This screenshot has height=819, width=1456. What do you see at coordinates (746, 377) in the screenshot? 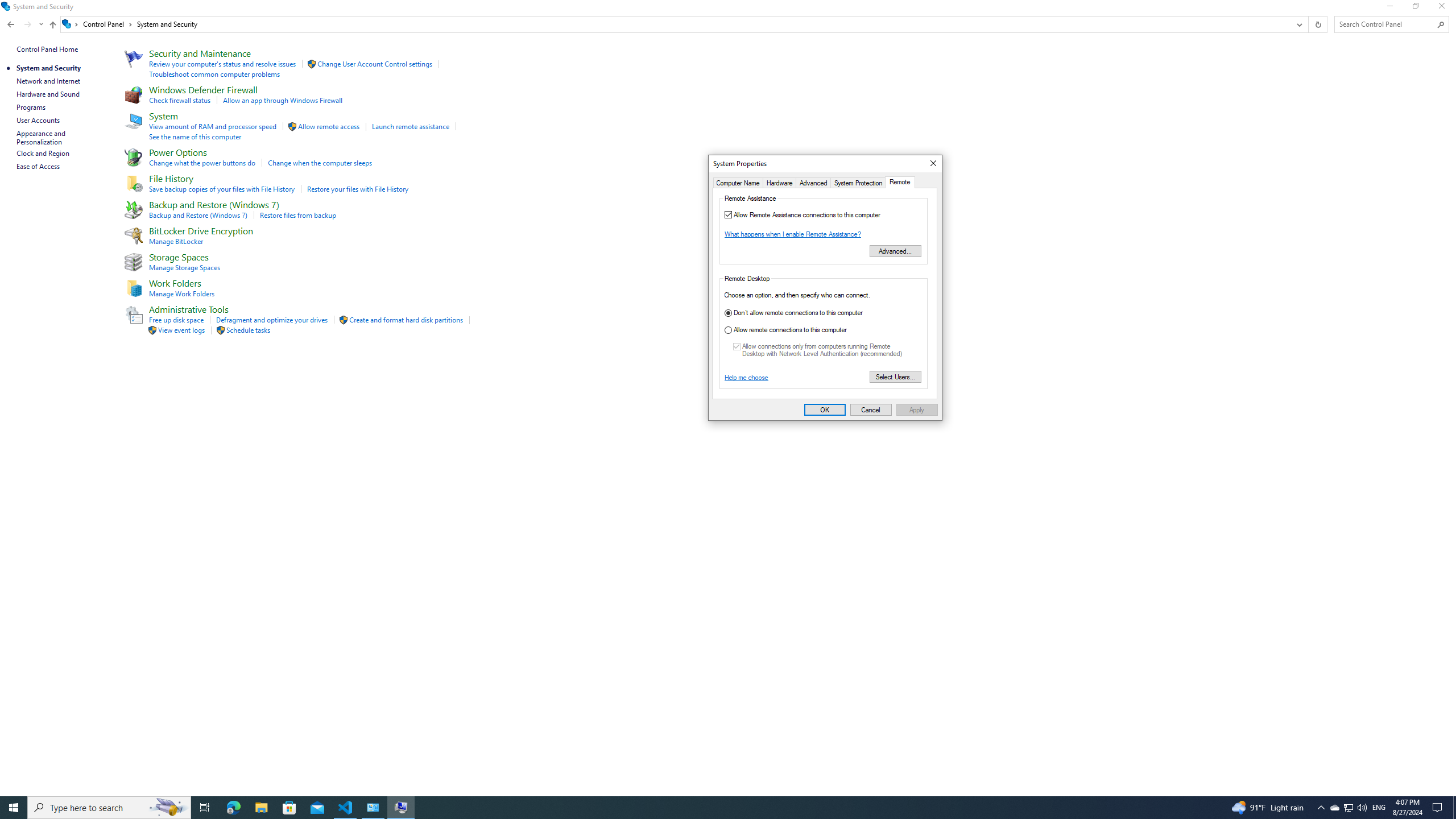
I see `'Help me choose'` at bounding box center [746, 377].